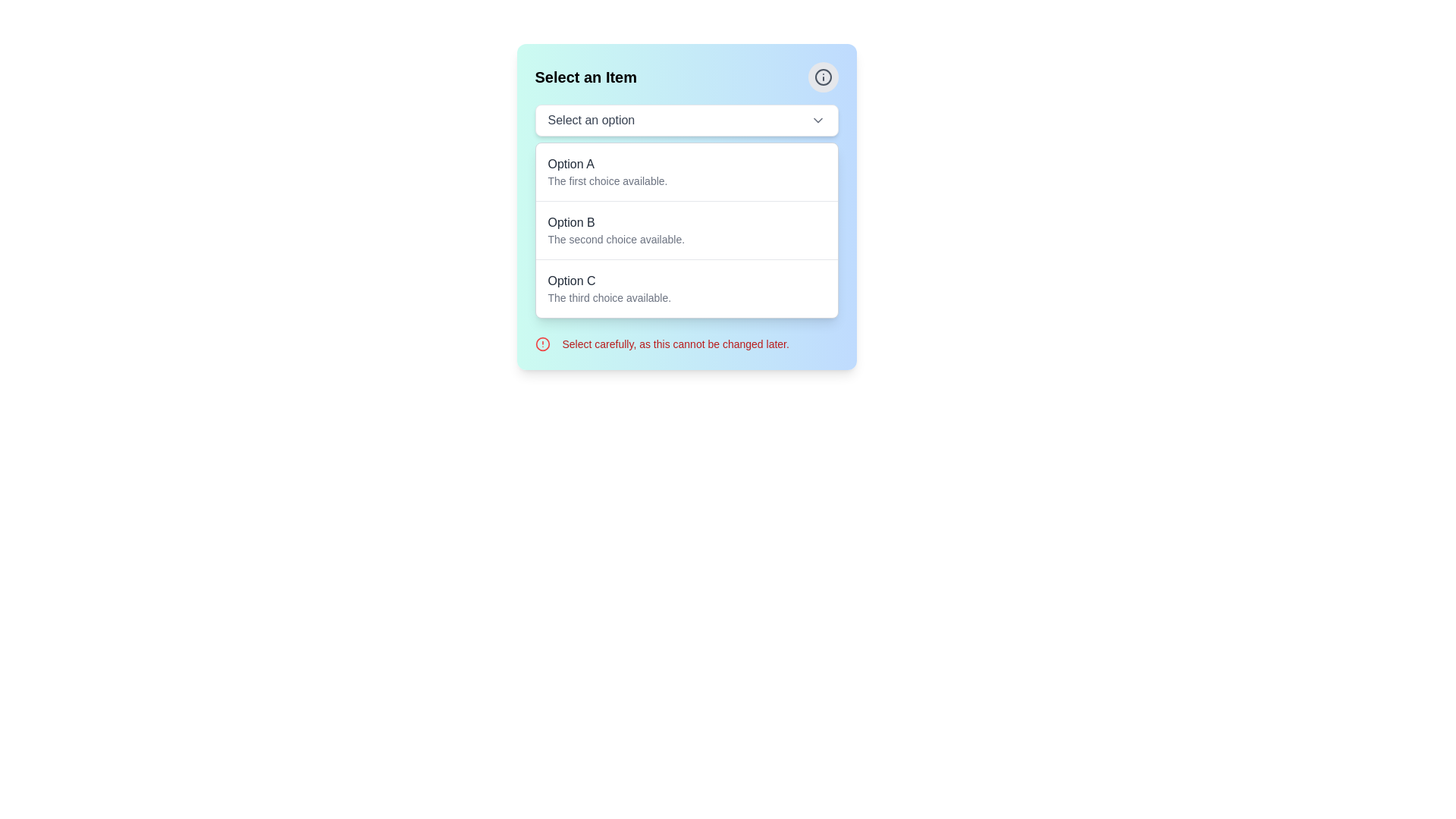 The width and height of the screenshot is (1456, 819). I want to click on the informational text that reads 'The third choice available.' located under 'Option C' in the dropdown selection interface, so click(609, 298).